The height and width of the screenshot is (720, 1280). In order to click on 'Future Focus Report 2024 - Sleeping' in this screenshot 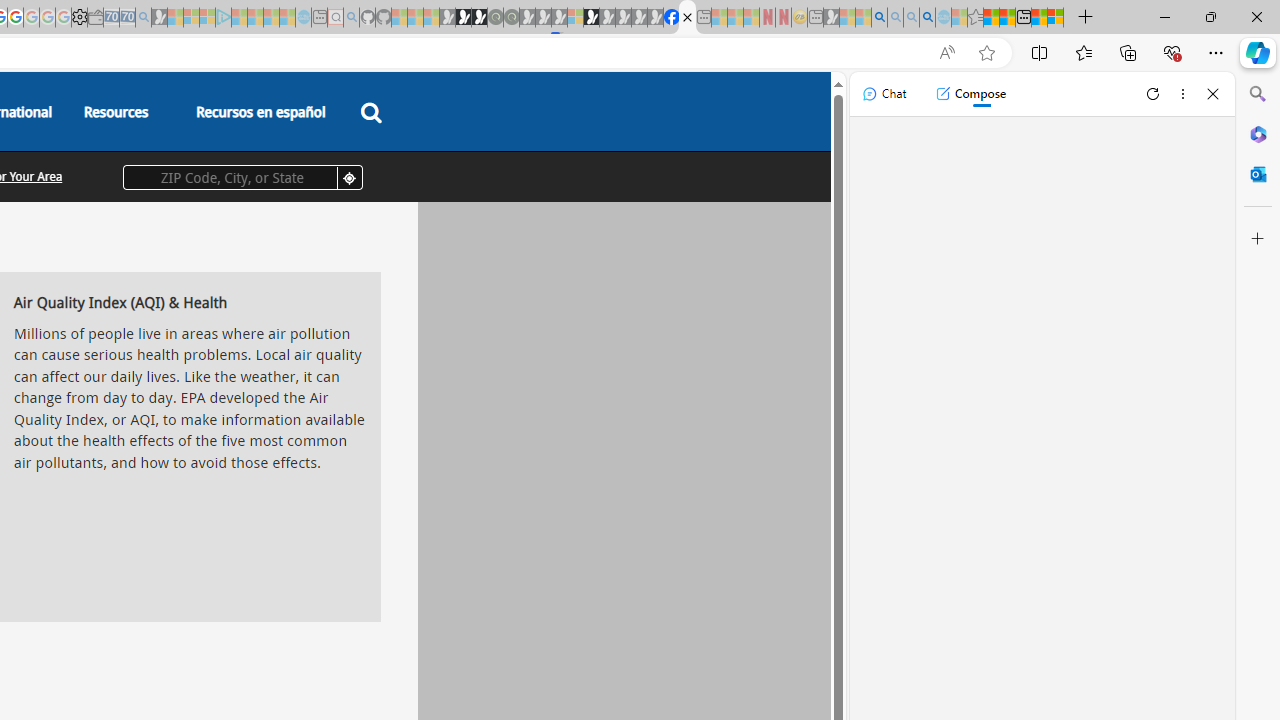, I will do `click(511, 17)`.